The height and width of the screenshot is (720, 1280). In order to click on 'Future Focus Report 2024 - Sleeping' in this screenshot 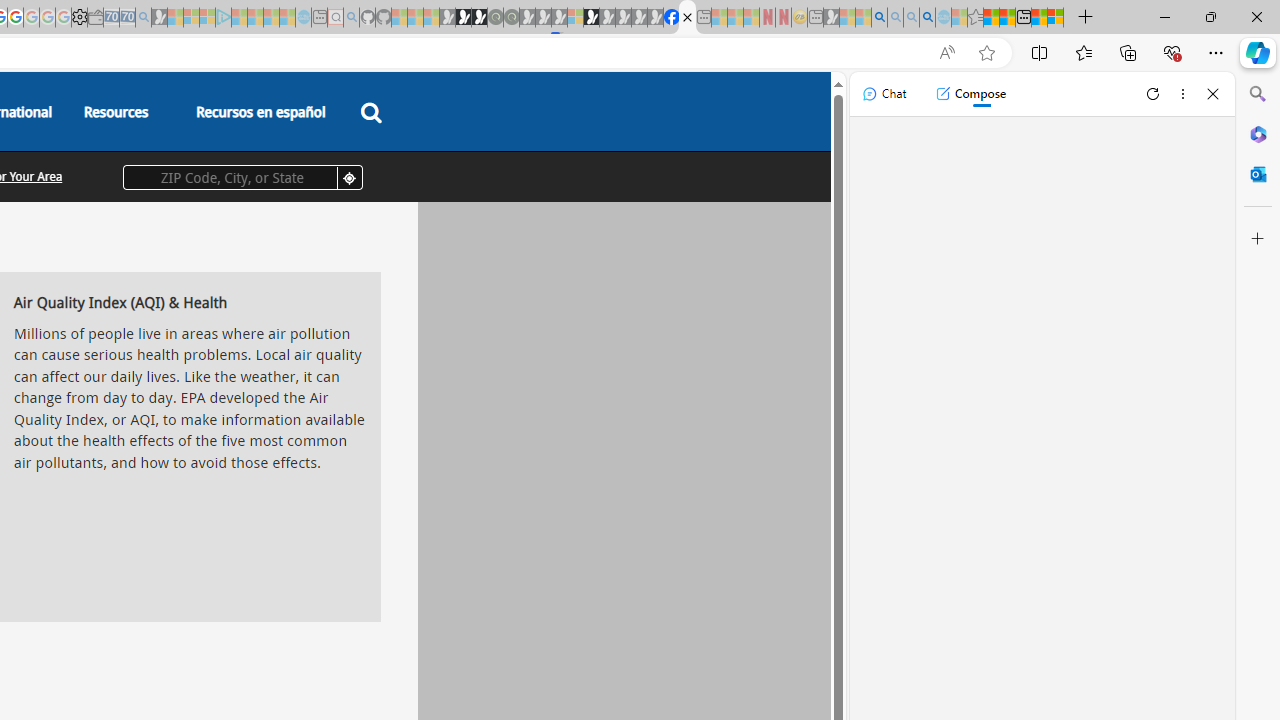, I will do `click(511, 17)`.